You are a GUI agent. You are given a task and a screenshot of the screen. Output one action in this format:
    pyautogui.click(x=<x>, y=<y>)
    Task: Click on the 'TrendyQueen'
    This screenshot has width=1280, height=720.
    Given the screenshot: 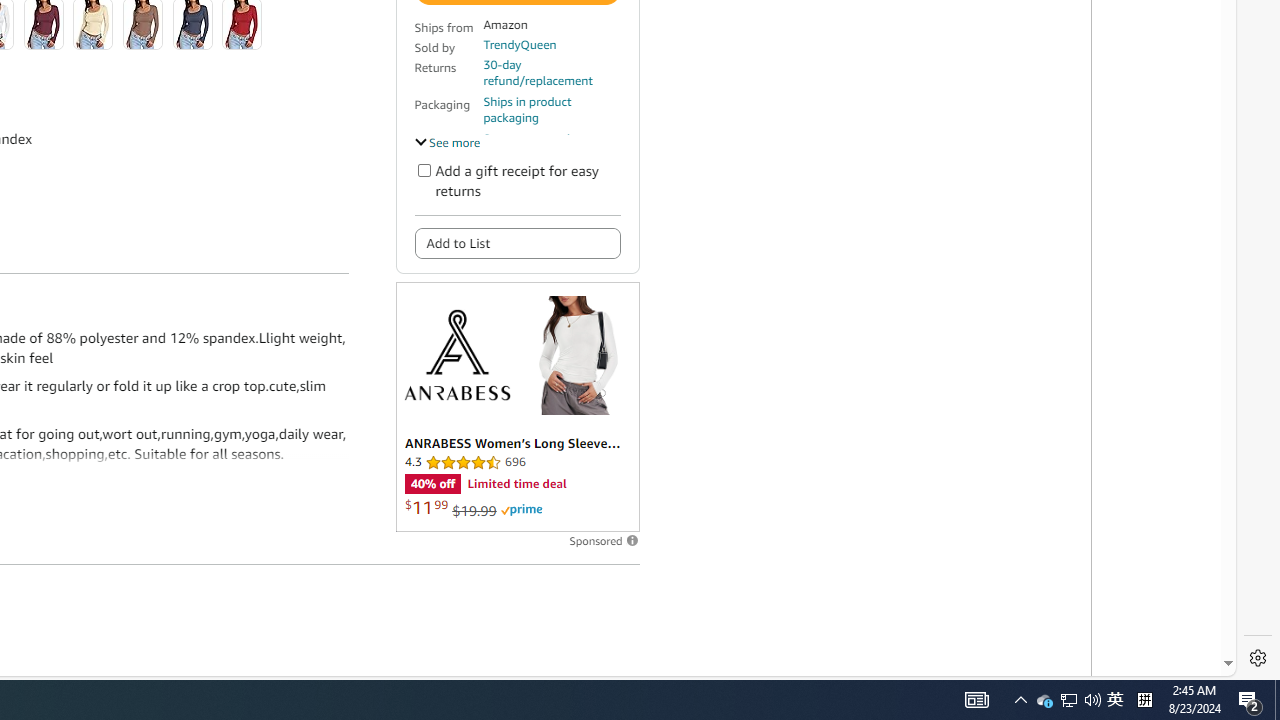 What is the action you would take?
    pyautogui.click(x=519, y=44)
    